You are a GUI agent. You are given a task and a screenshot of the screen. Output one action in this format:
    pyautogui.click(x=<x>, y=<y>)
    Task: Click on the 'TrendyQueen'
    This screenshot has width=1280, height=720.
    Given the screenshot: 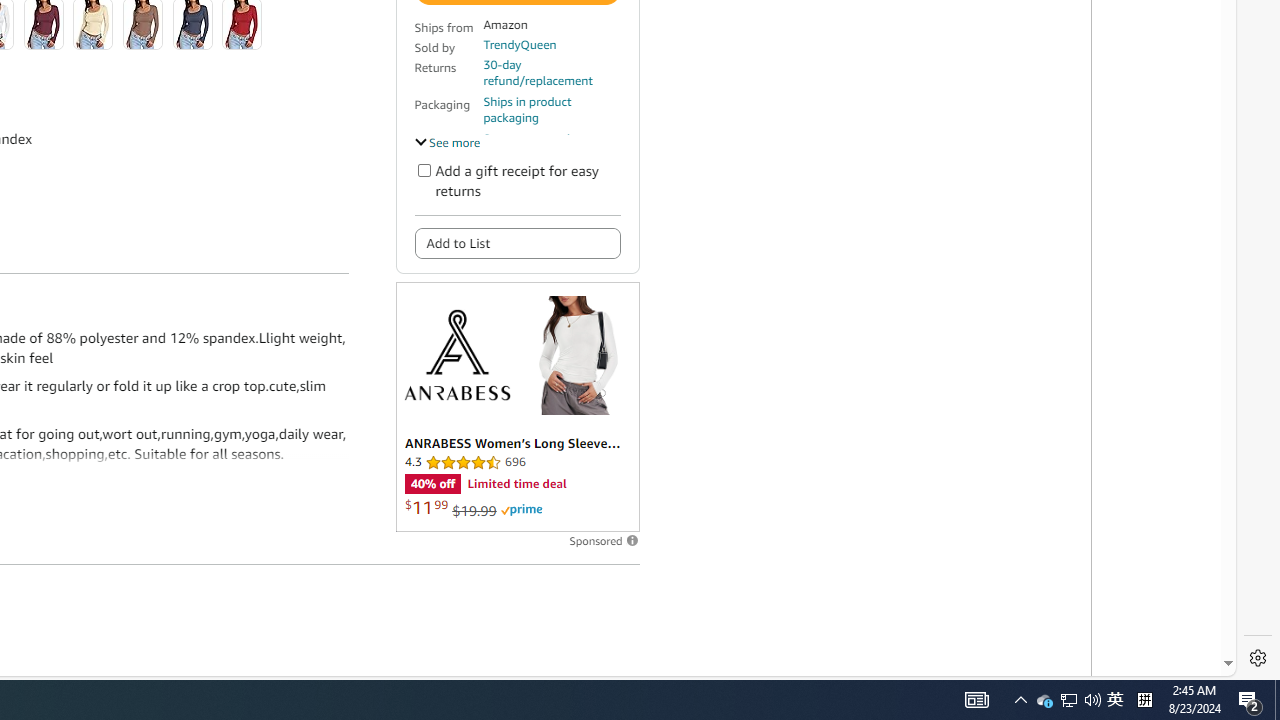 What is the action you would take?
    pyautogui.click(x=519, y=44)
    